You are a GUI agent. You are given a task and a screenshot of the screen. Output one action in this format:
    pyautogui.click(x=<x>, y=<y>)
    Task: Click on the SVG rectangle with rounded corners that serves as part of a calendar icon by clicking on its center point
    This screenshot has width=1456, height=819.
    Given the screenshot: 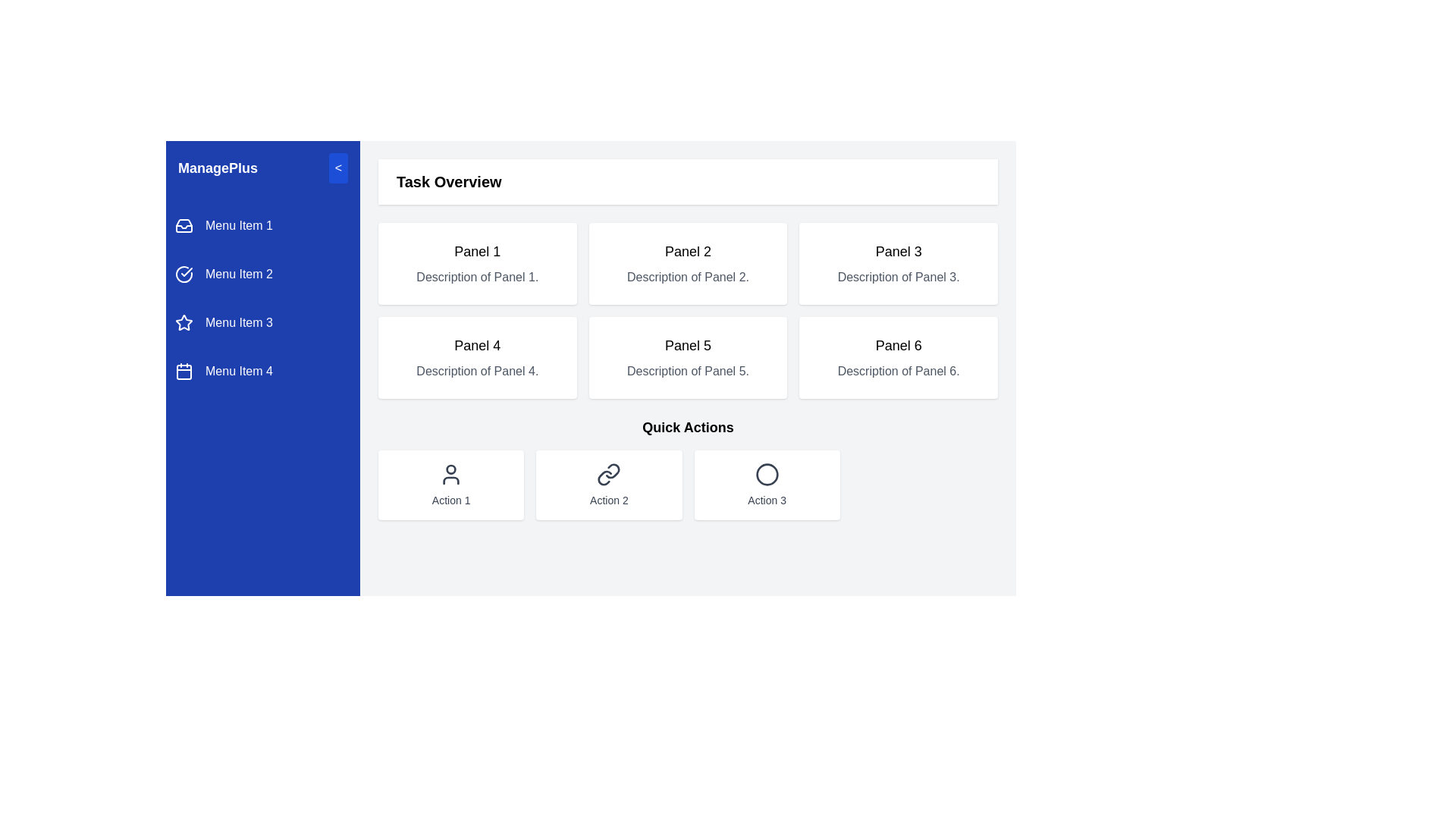 What is the action you would take?
    pyautogui.click(x=184, y=372)
    